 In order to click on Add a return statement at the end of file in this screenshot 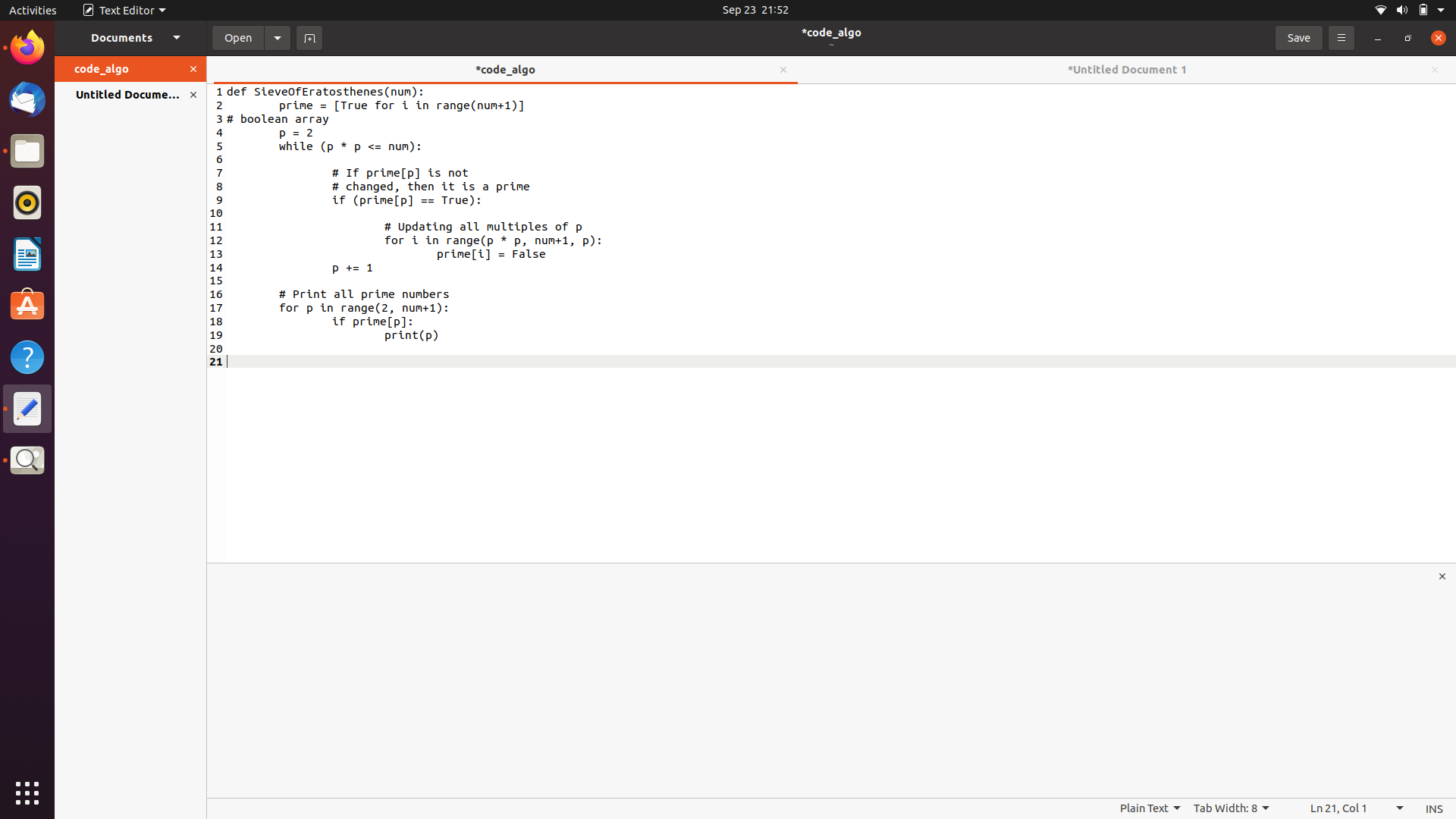, I will do `click(839, 458)`.